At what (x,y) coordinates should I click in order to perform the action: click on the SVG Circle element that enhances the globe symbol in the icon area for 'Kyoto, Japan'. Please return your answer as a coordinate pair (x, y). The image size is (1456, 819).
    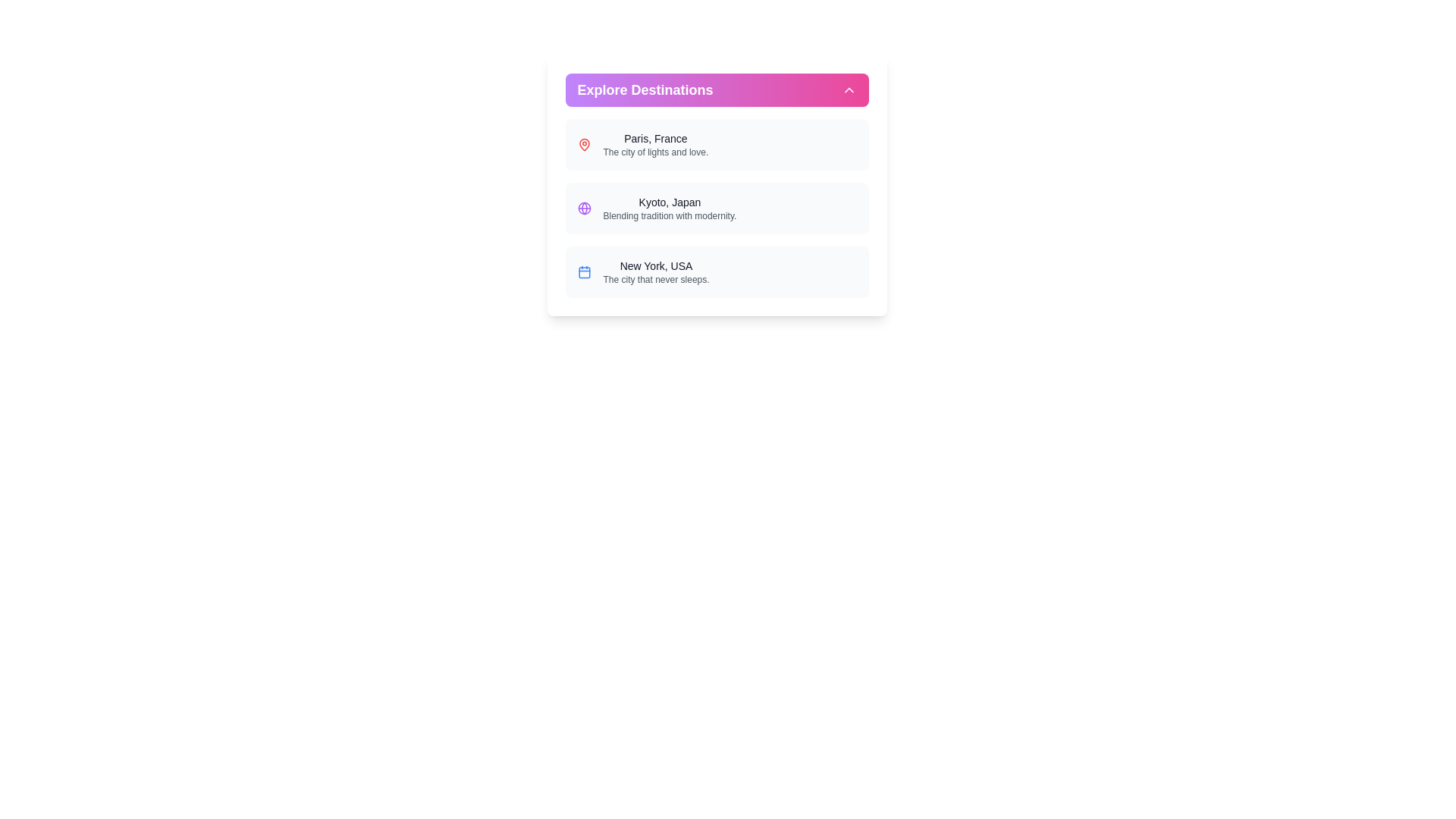
    Looking at the image, I should click on (583, 208).